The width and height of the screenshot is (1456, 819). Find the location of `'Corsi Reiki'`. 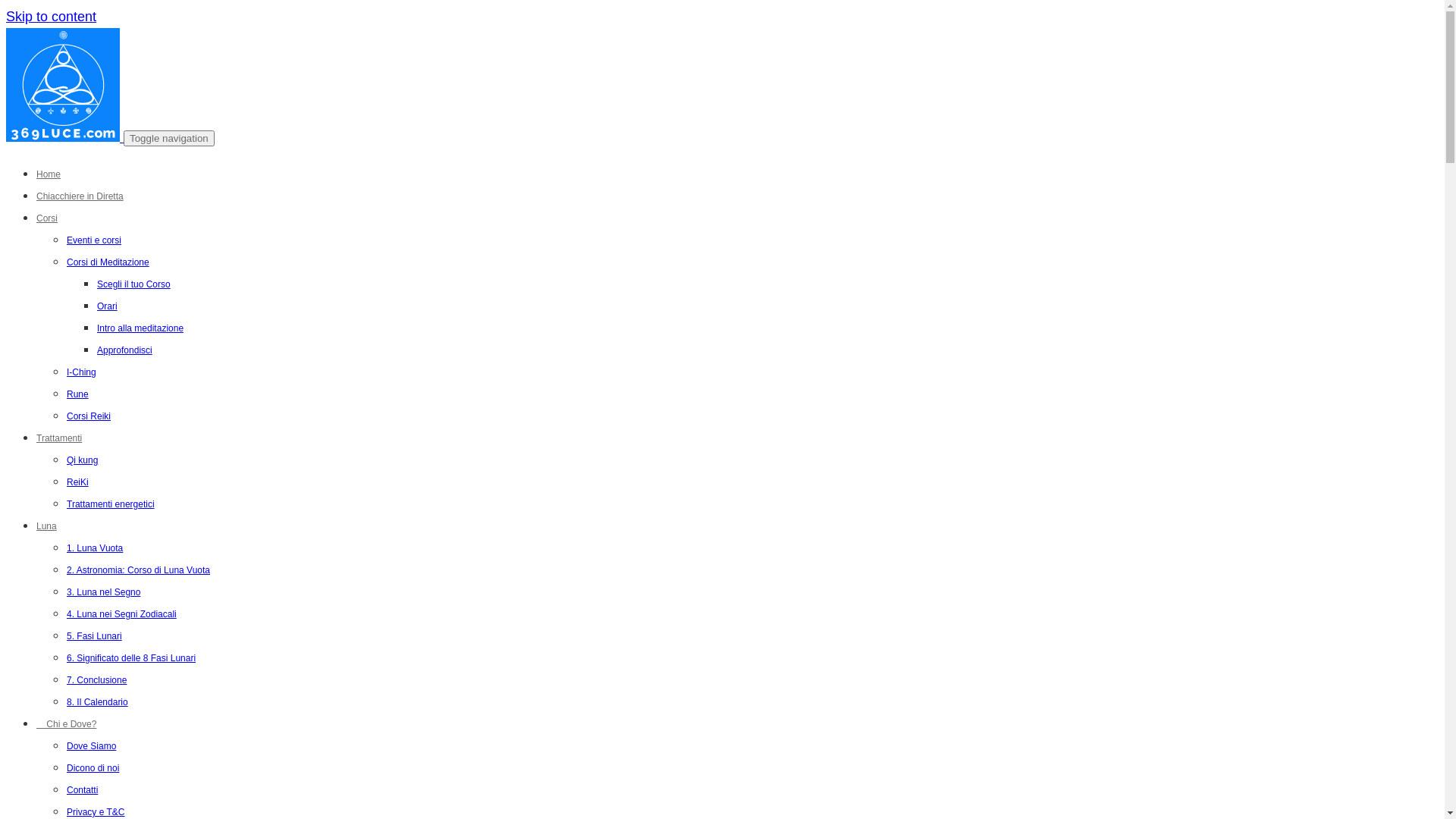

'Corsi Reiki' is located at coordinates (87, 416).